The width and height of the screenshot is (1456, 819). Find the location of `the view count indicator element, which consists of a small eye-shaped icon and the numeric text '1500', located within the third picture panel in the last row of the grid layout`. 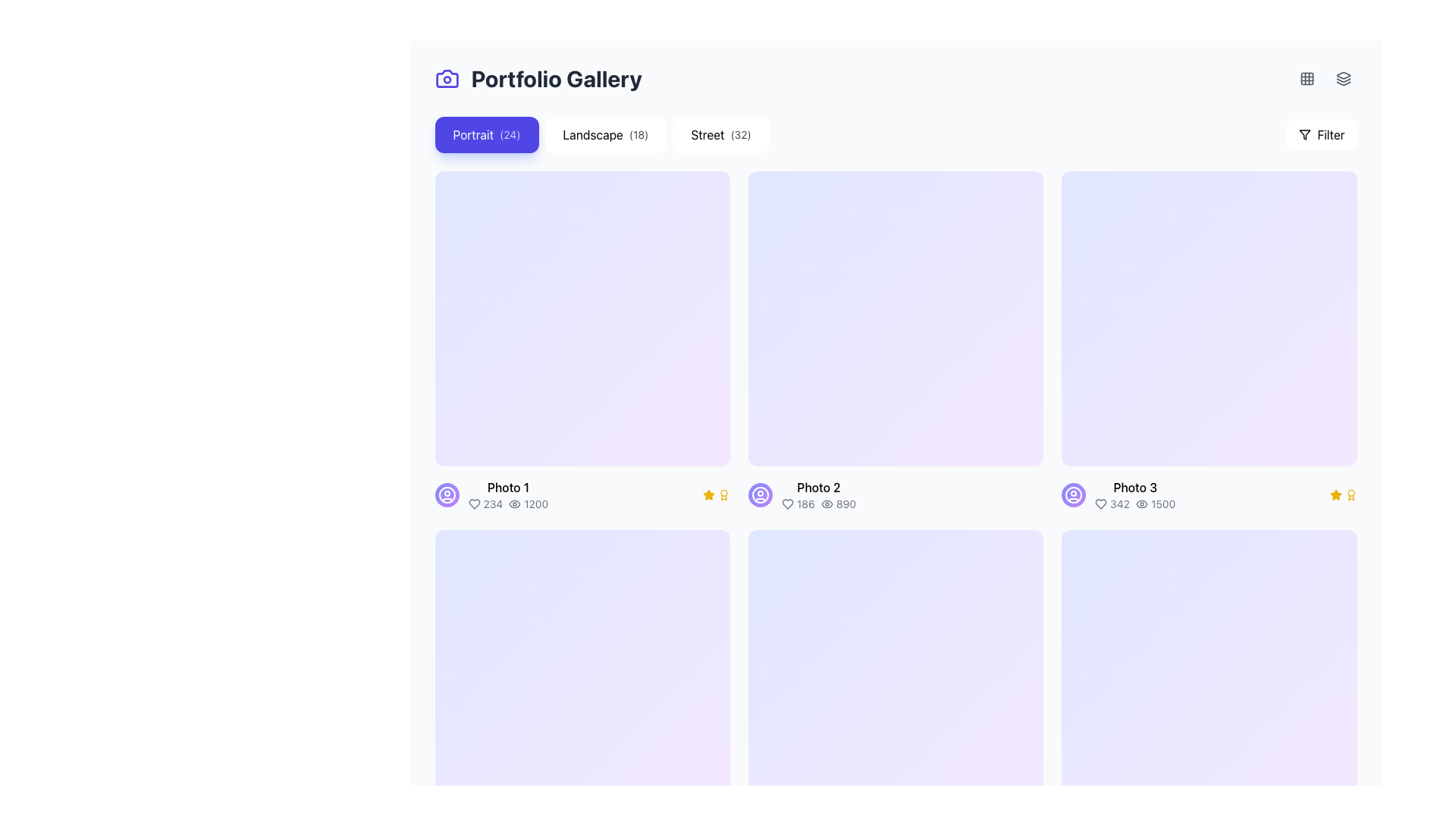

the view count indicator element, which consists of a small eye-shaped icon and the numeric text '1500', located within the third picture panel in the last row of the grid layout is located at coordinates (1155, 504).